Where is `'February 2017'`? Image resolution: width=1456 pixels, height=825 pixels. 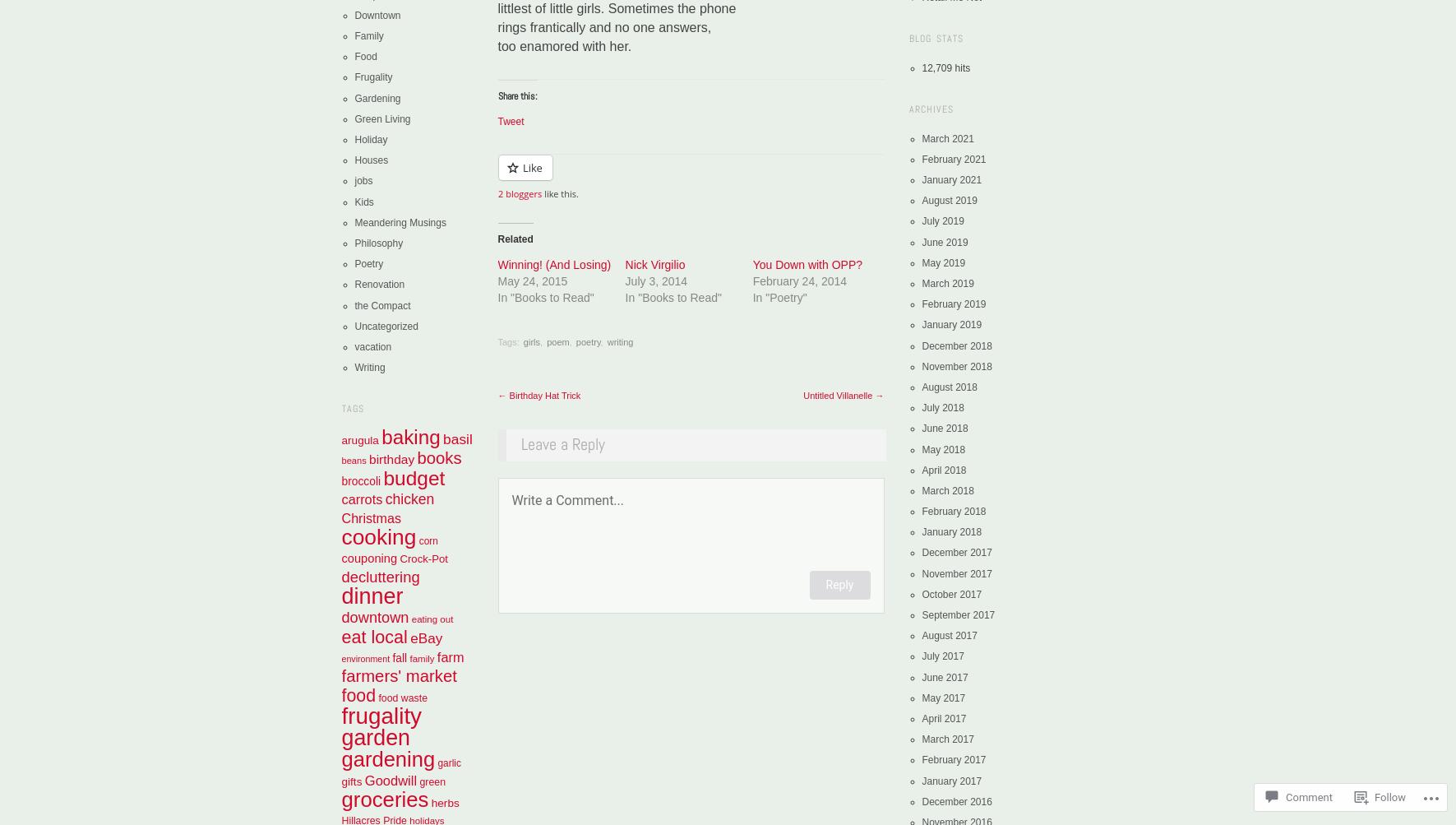
'February 2017' is located at coordinates (954, 758).